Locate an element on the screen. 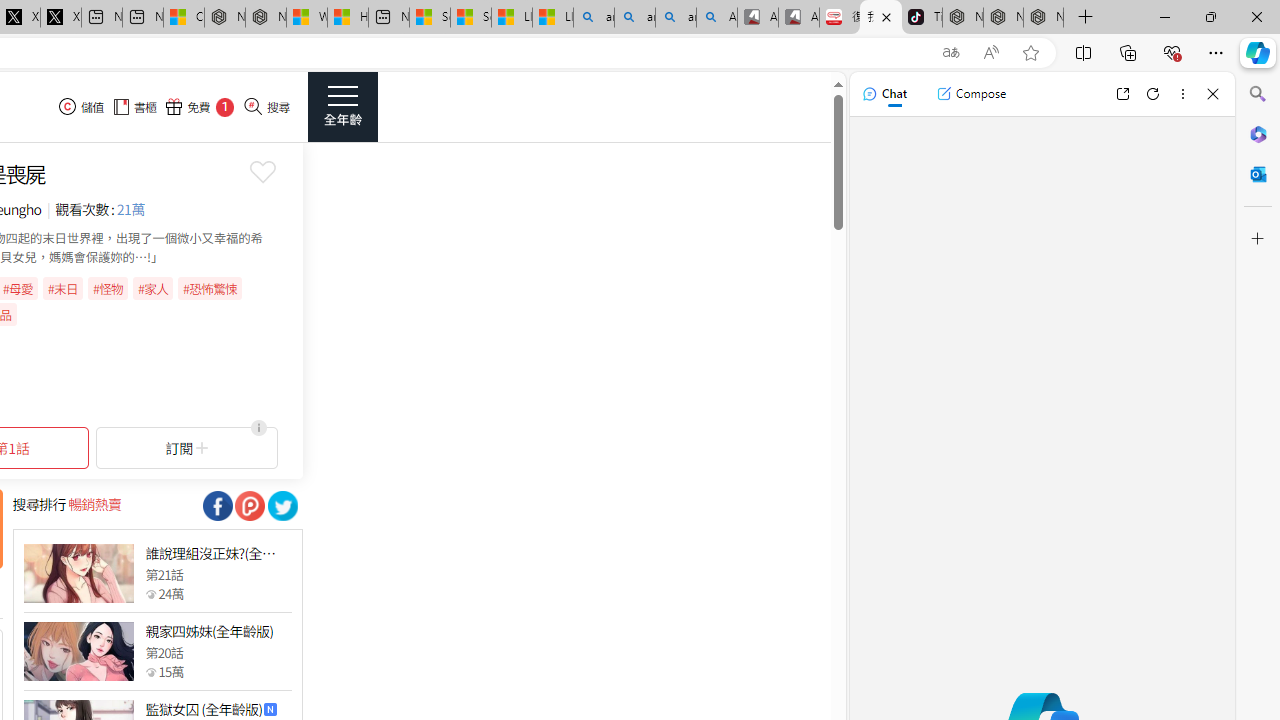  'Nordace - Siena Pro 15 Essential Set' is located at coordinates (1042, 17).